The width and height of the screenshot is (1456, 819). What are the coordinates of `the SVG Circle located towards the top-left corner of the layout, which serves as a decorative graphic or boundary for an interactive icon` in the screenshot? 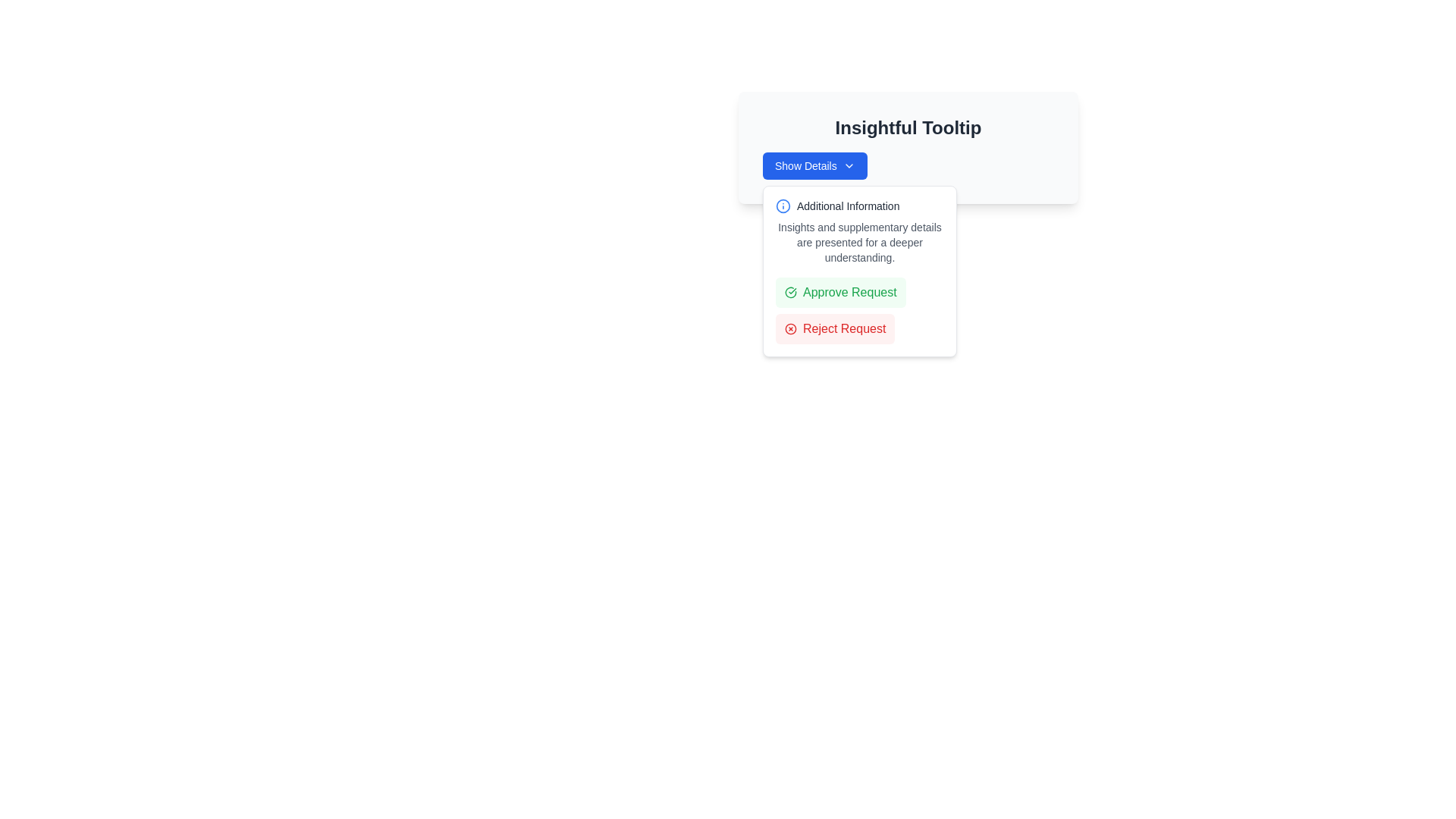 It's located at (789, 328).